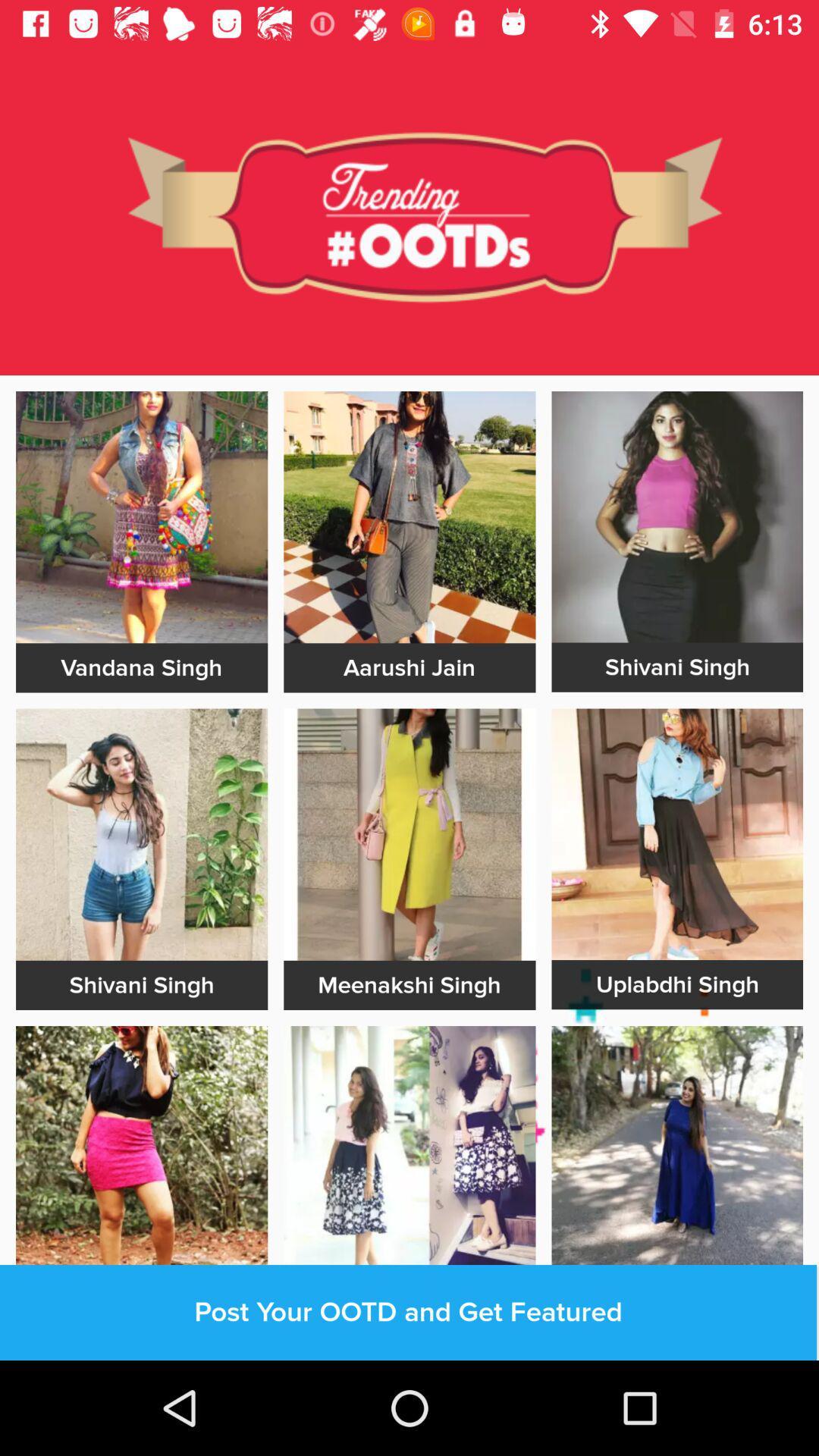  I want to click on advatisment, so click(409, 833).